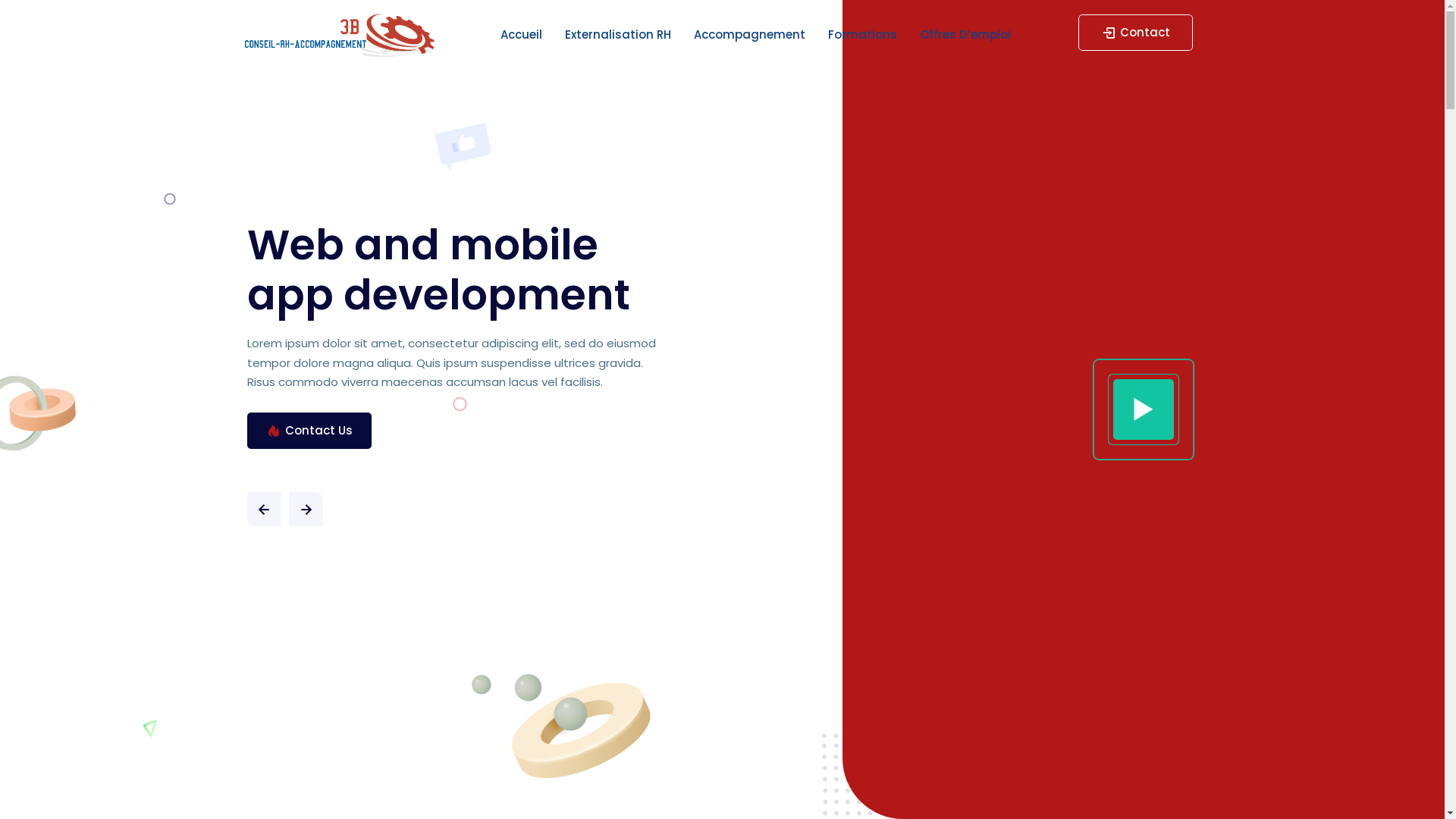 The width and height of the screenshot is (1456, 819). What do you see at coordinates (618, 34) in the screenshot?
I see `'Externalisation RH'` at bounding box center [618, 34].